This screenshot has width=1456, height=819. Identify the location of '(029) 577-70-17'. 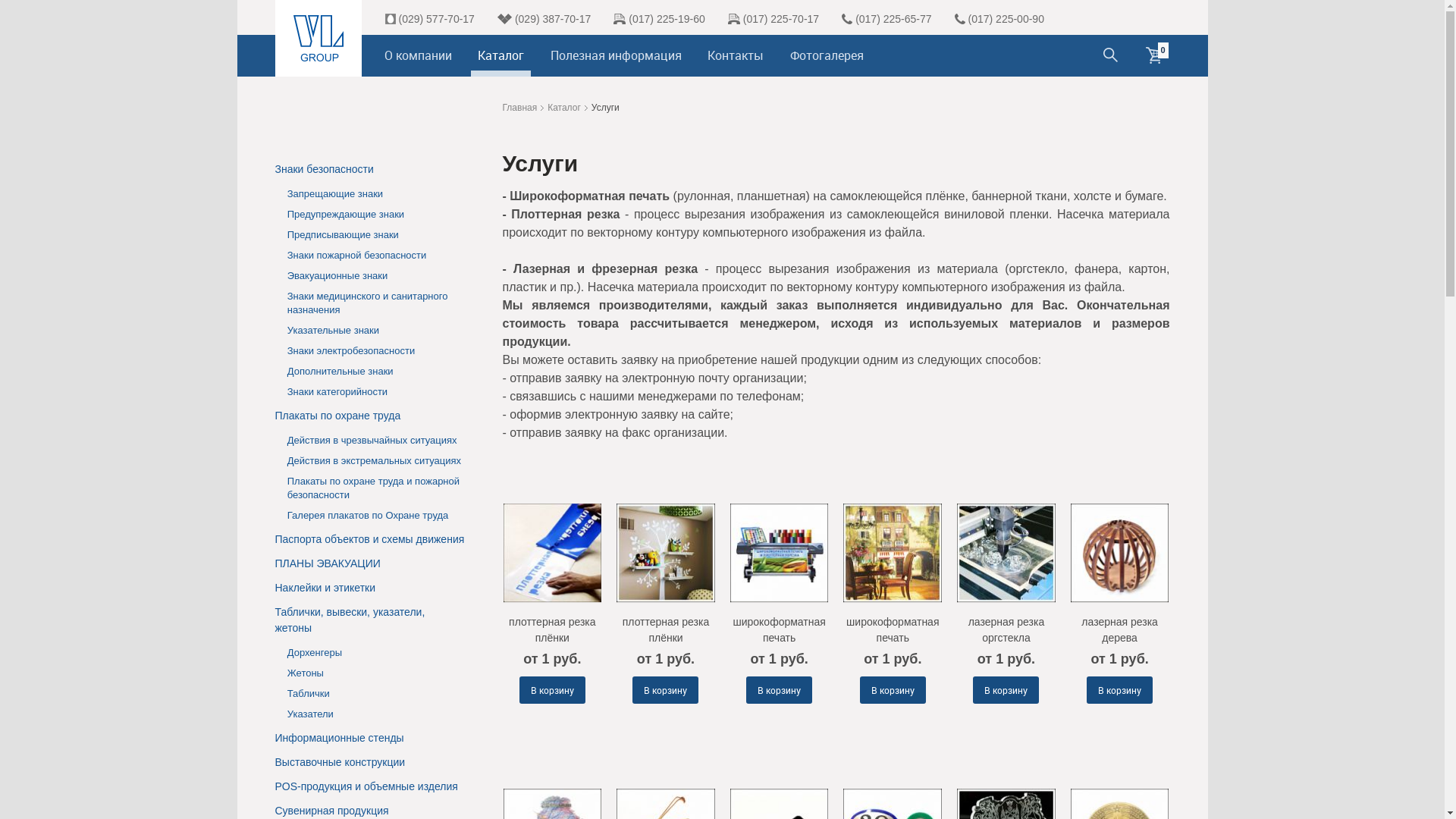
(399, 18).